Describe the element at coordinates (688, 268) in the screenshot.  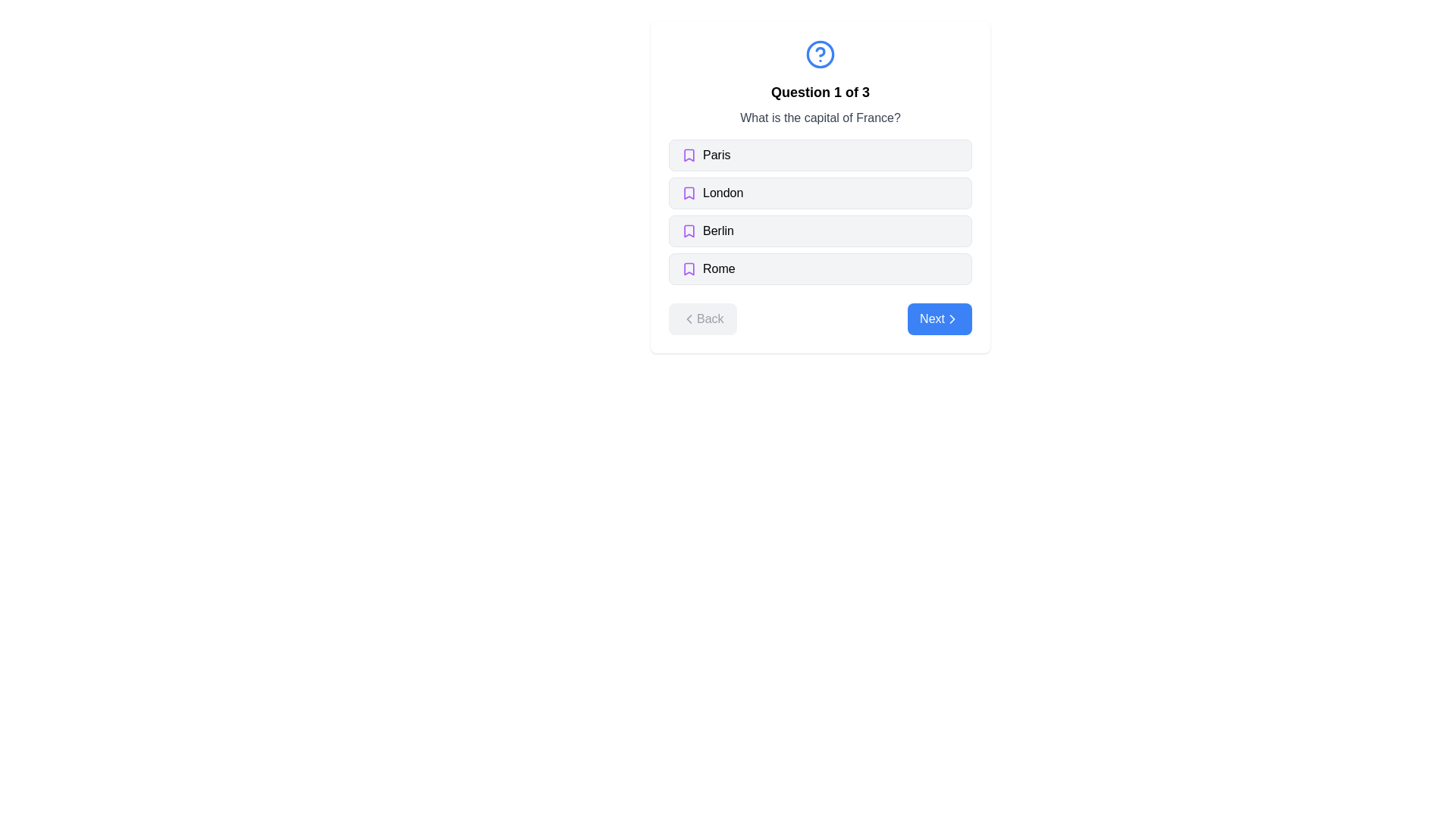
I see `the decorative icon next to the 'Rome' option in the vertical list of options, indicating it is marked as significant or favorite by the user` at that location.